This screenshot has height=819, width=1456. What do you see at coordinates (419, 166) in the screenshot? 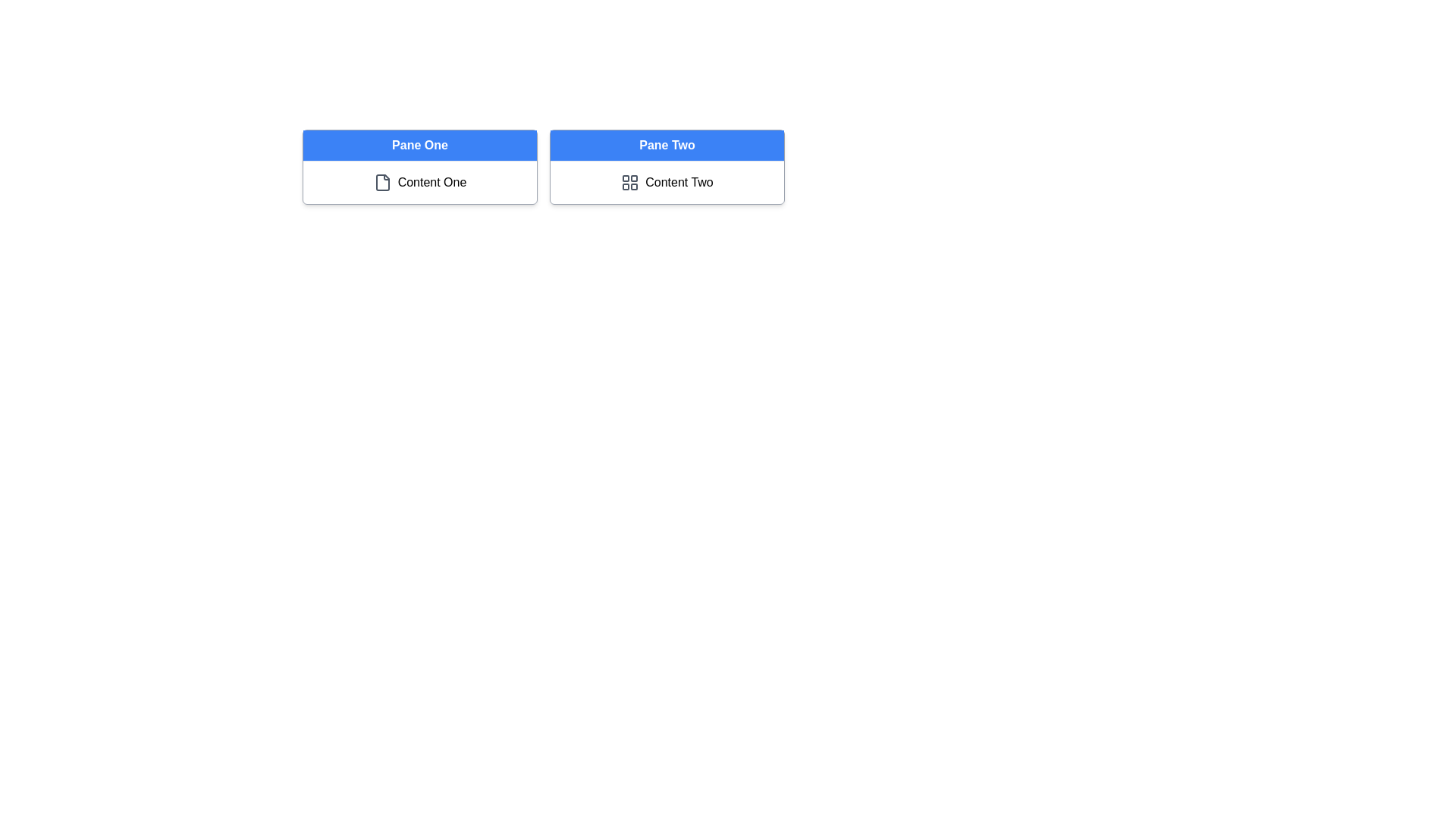
I see `the document icon located in the first card of the grid layout, which contains a header and content display` at bounding box center [419, 166].